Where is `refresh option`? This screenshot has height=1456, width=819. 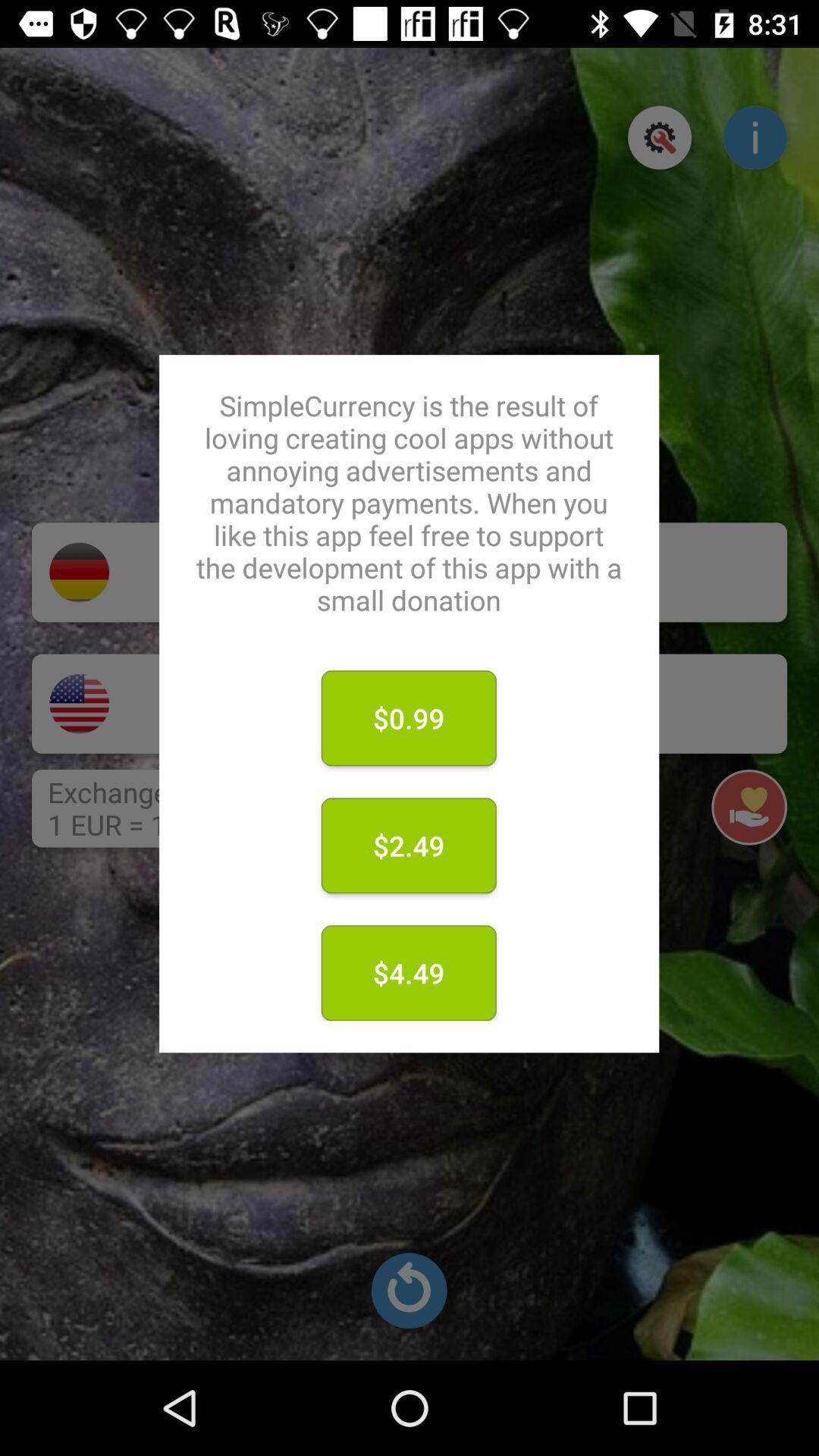 refresh option is located at coordinates (408, 1290).